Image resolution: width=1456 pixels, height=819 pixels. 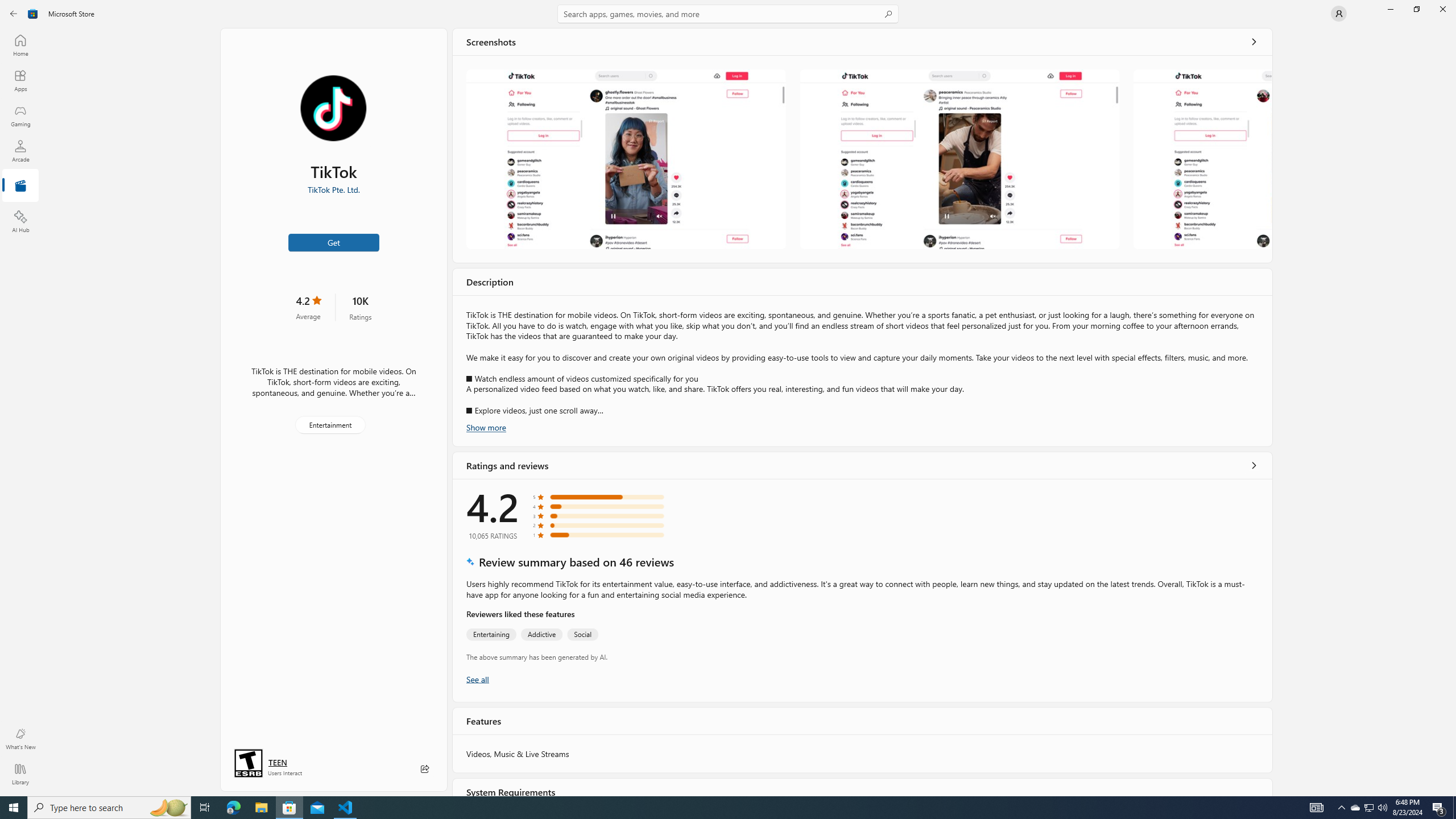 I want to click on 'Share', so click(x=424, y=768).